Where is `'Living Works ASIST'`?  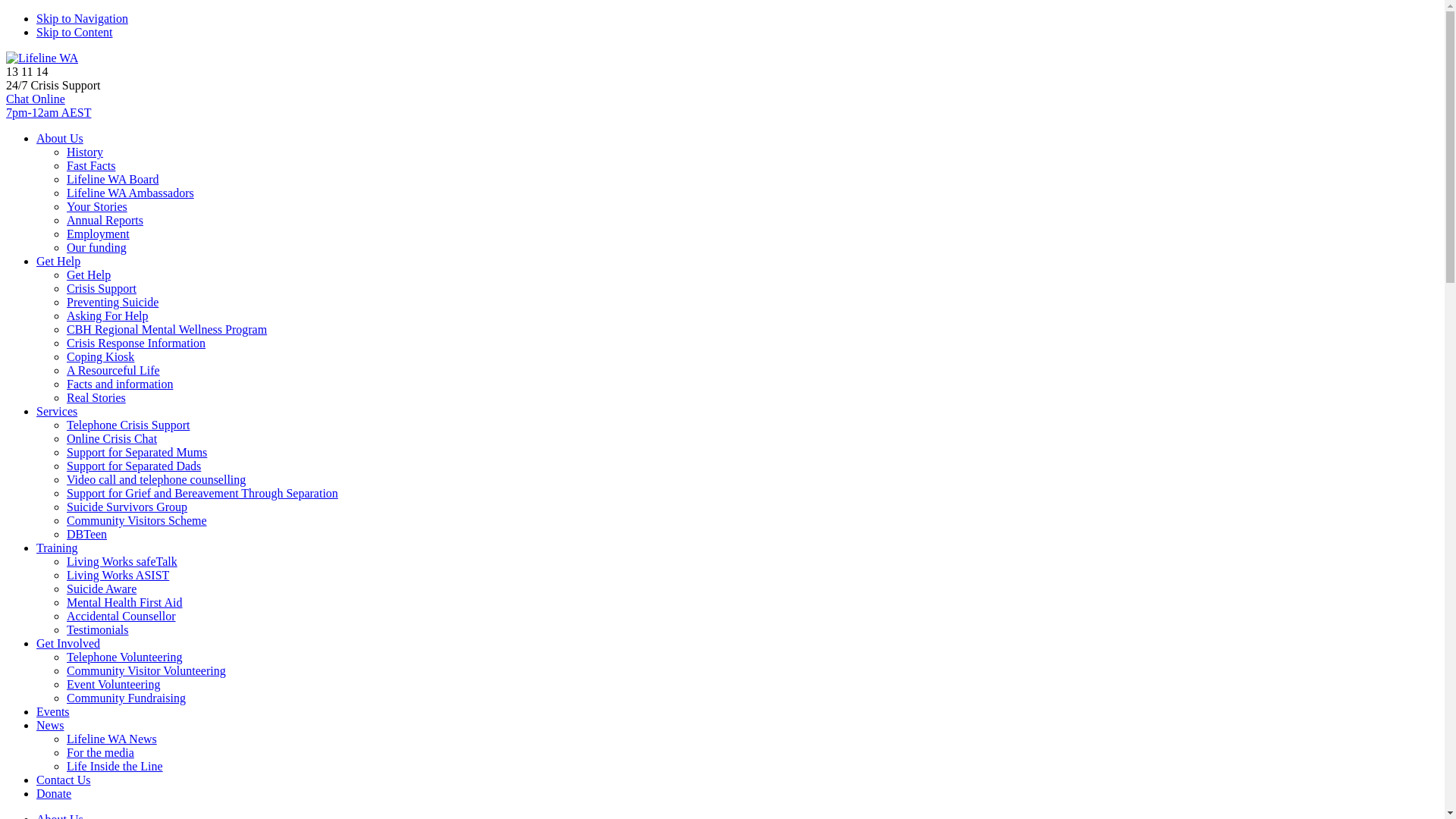 'Living Works ASIST' is located at coordinates (65, 575).